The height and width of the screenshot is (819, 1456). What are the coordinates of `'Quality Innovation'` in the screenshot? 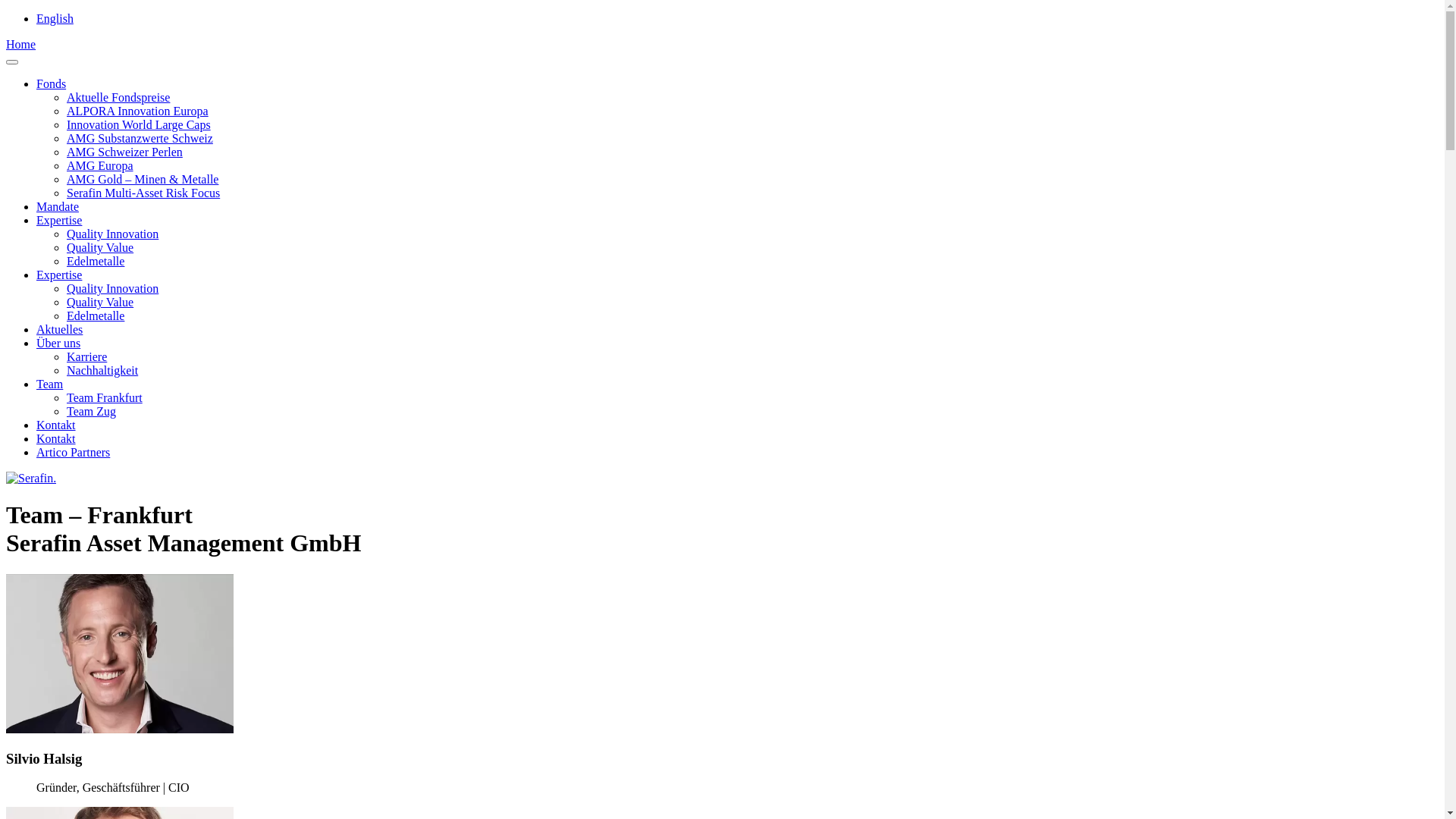 It's located at (111, 288).